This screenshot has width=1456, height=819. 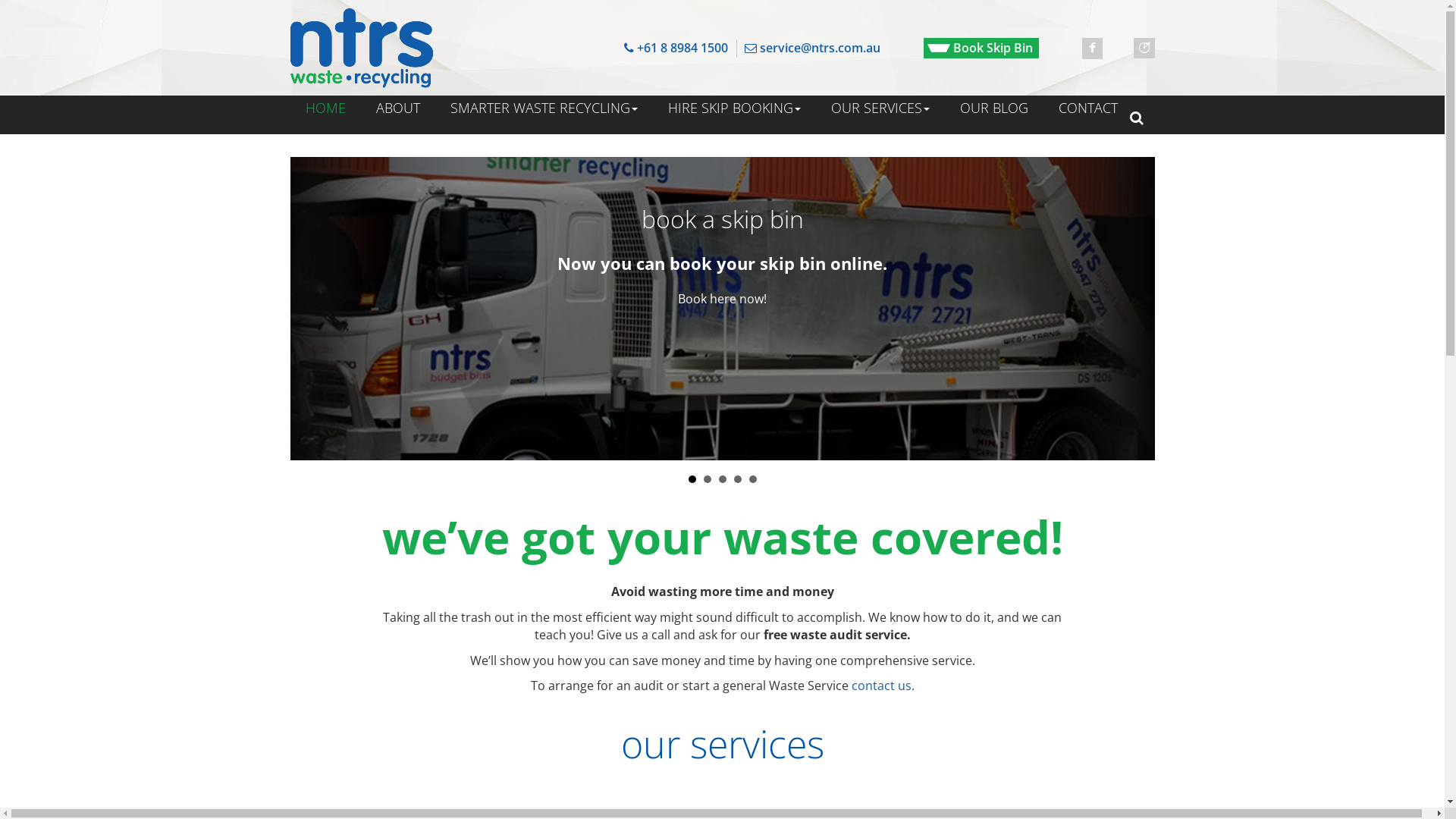 I want to click on 'OUR SERVICES', so click(x=880, y=107).